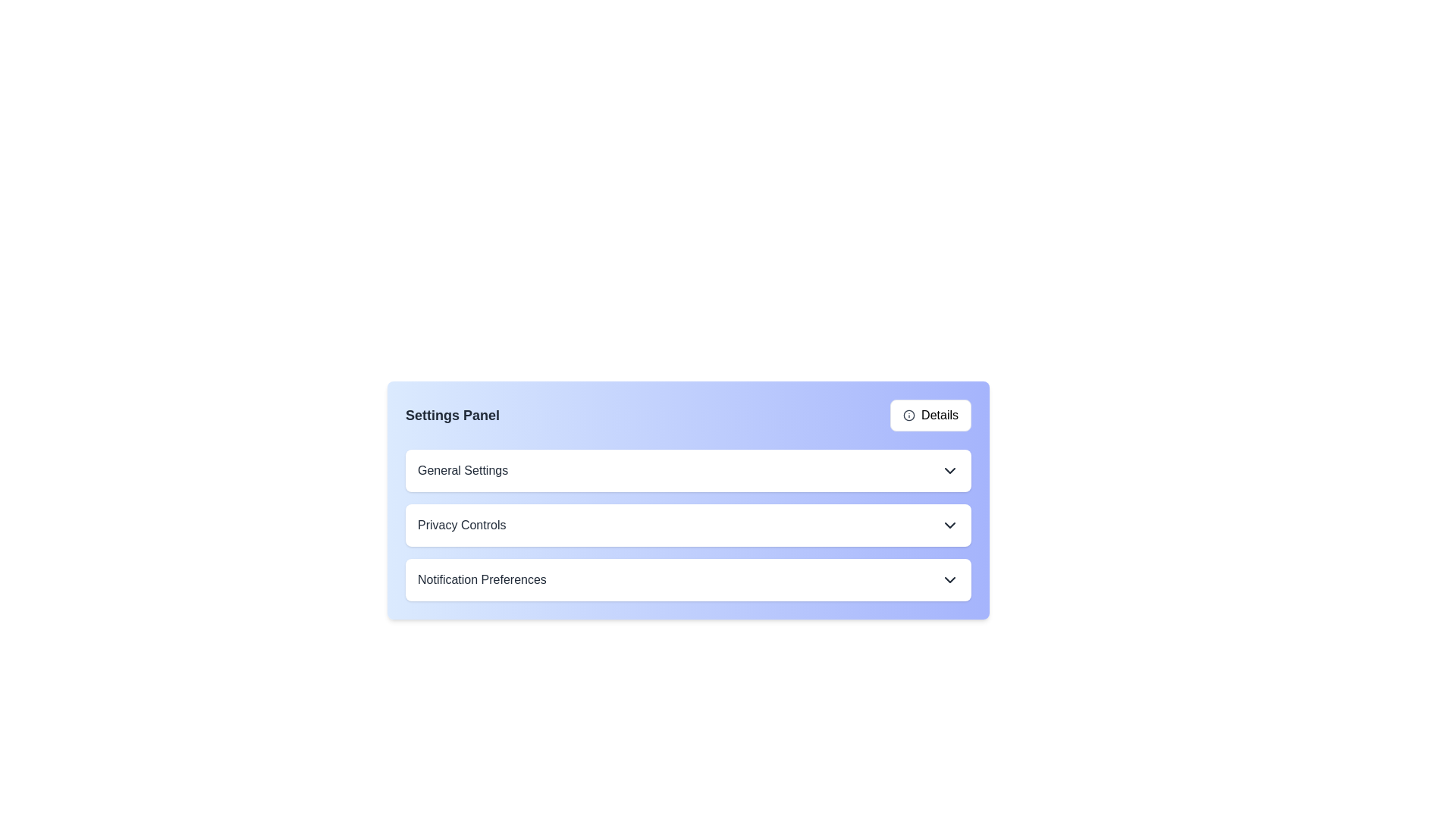  What do you see at coordinates (687, 517) in the screenshot?
I see `the Collapsible Tab located below 'General Settings' and above 'Notification Preferences' in the settings panel` at bounding box center [687, 517].